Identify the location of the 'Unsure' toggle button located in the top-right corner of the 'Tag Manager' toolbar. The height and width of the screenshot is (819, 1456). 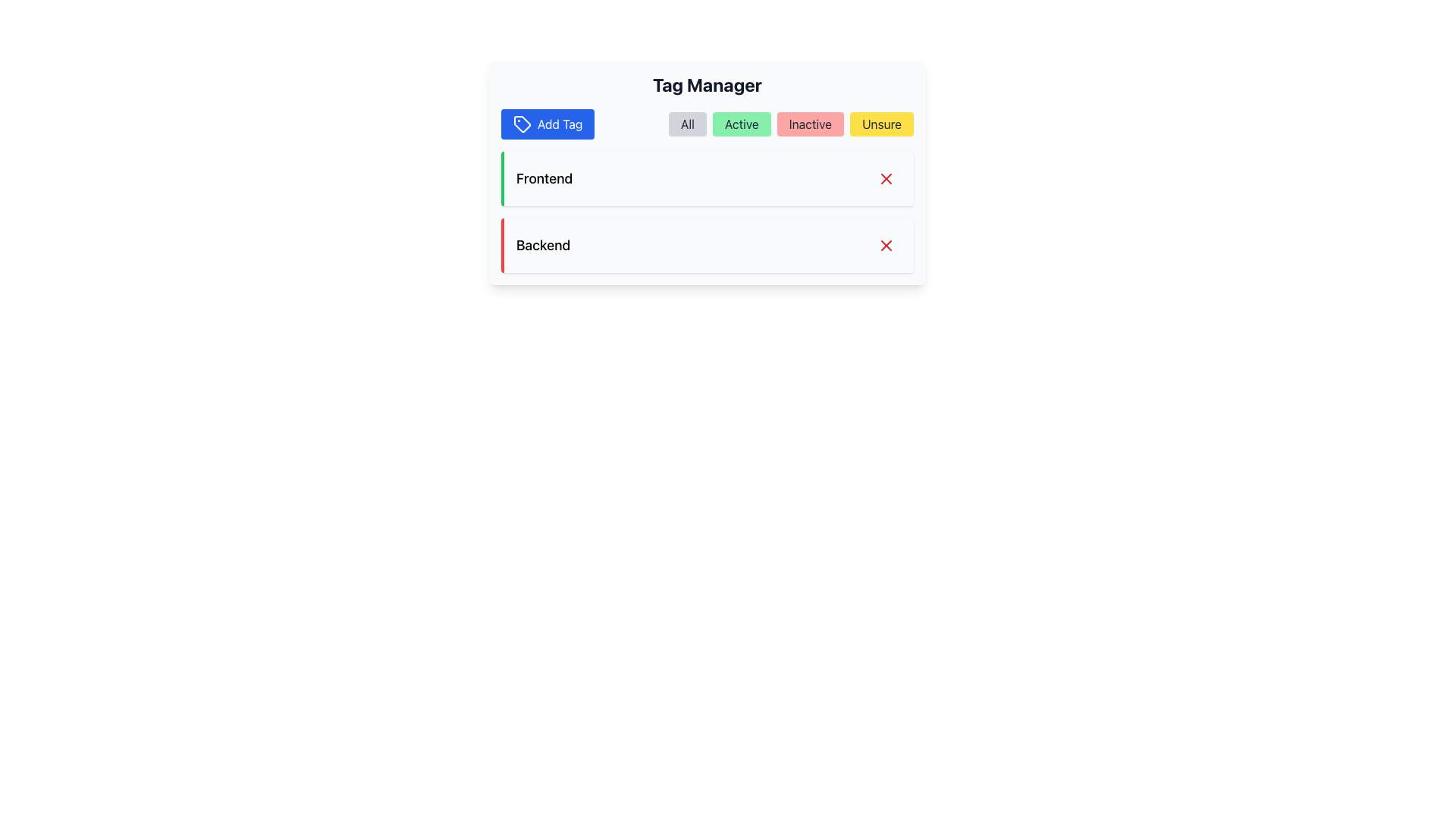
(881, 124).